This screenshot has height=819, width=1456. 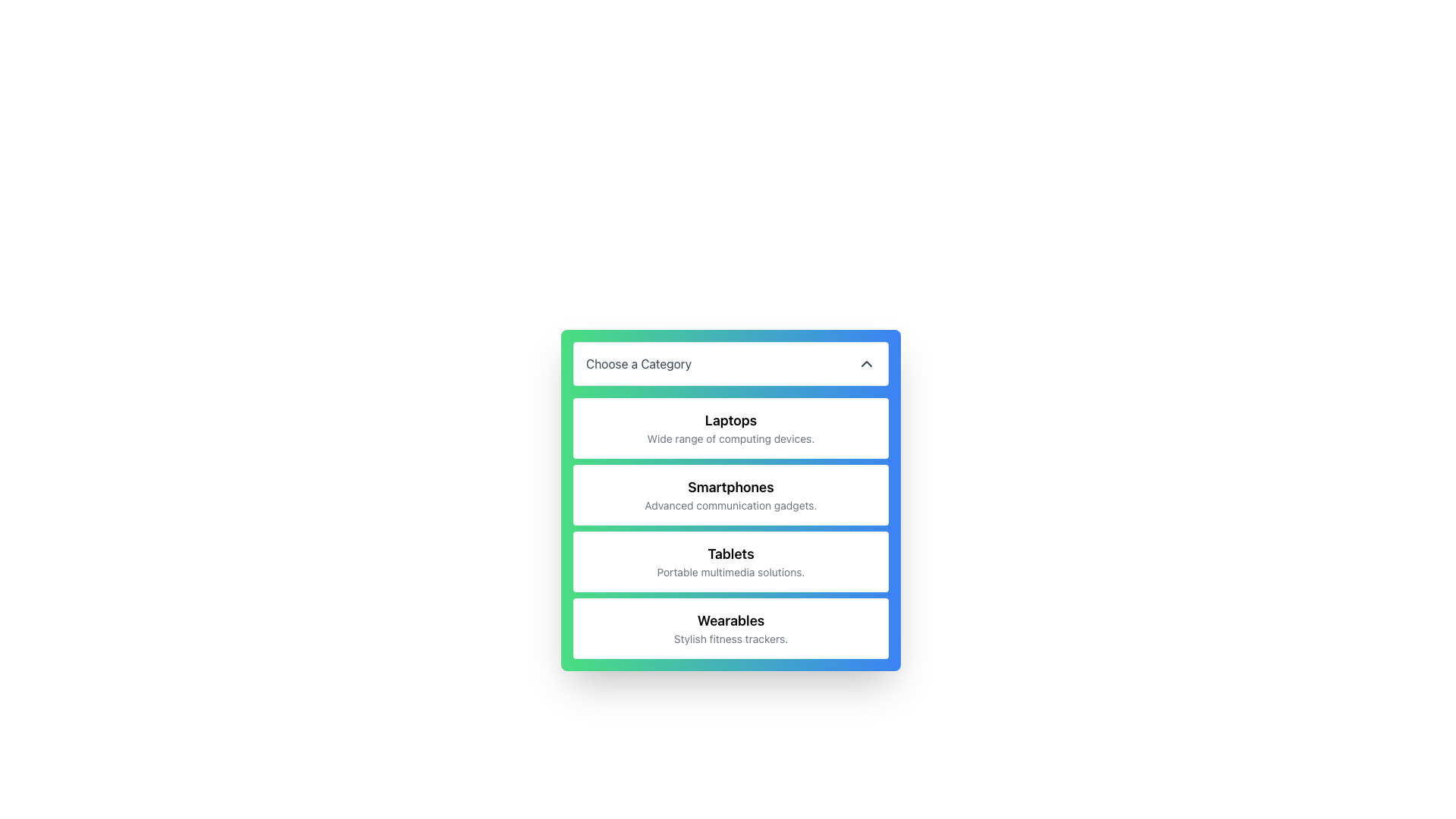 What do you see at coordinates (731, 629) in the screenshot?
I see `the fourth card in the category list labeled 'Wearables'` at bounding box center [731, 629].